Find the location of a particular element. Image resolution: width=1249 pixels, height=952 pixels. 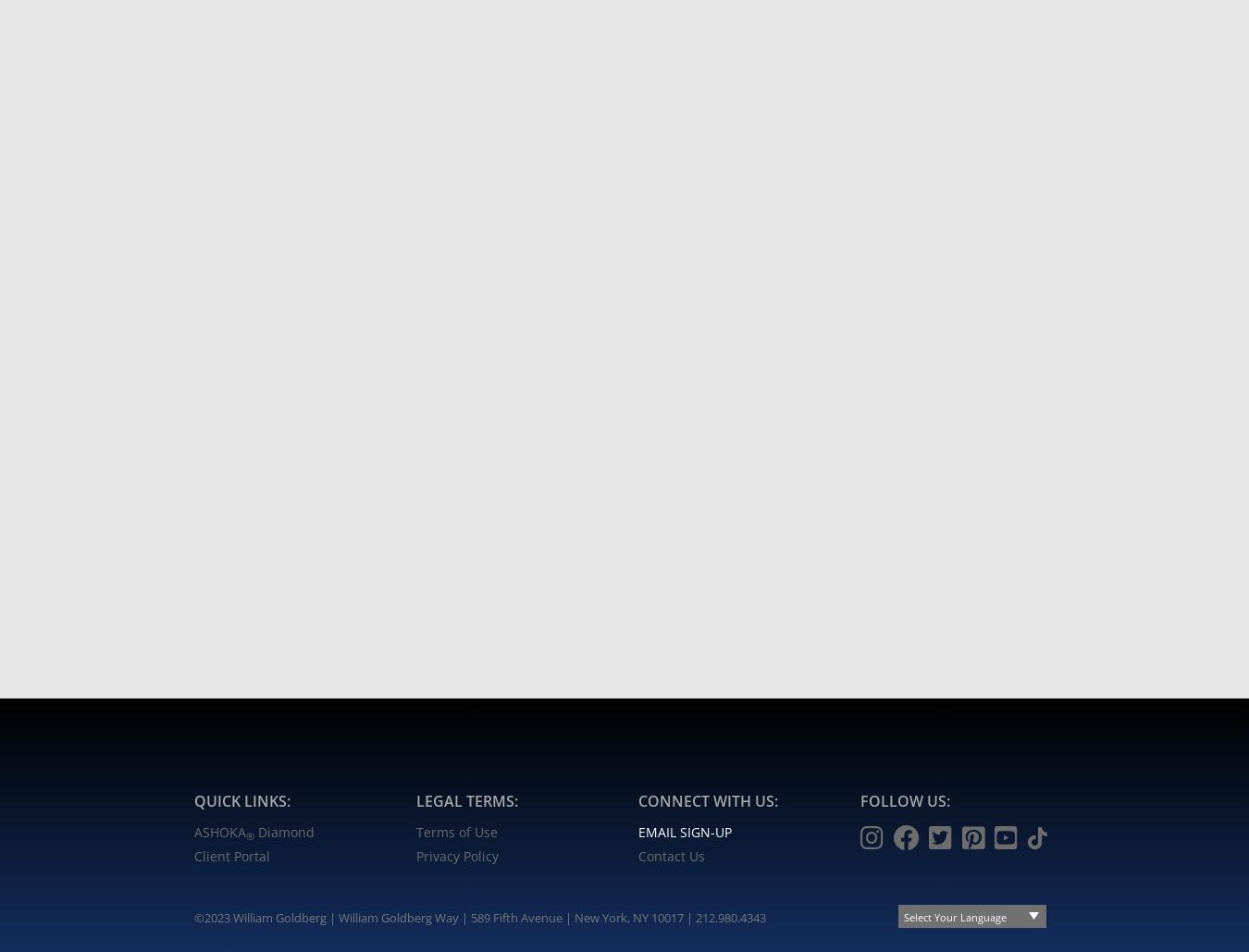

'Diamond' is located at coordinates (253, 832).